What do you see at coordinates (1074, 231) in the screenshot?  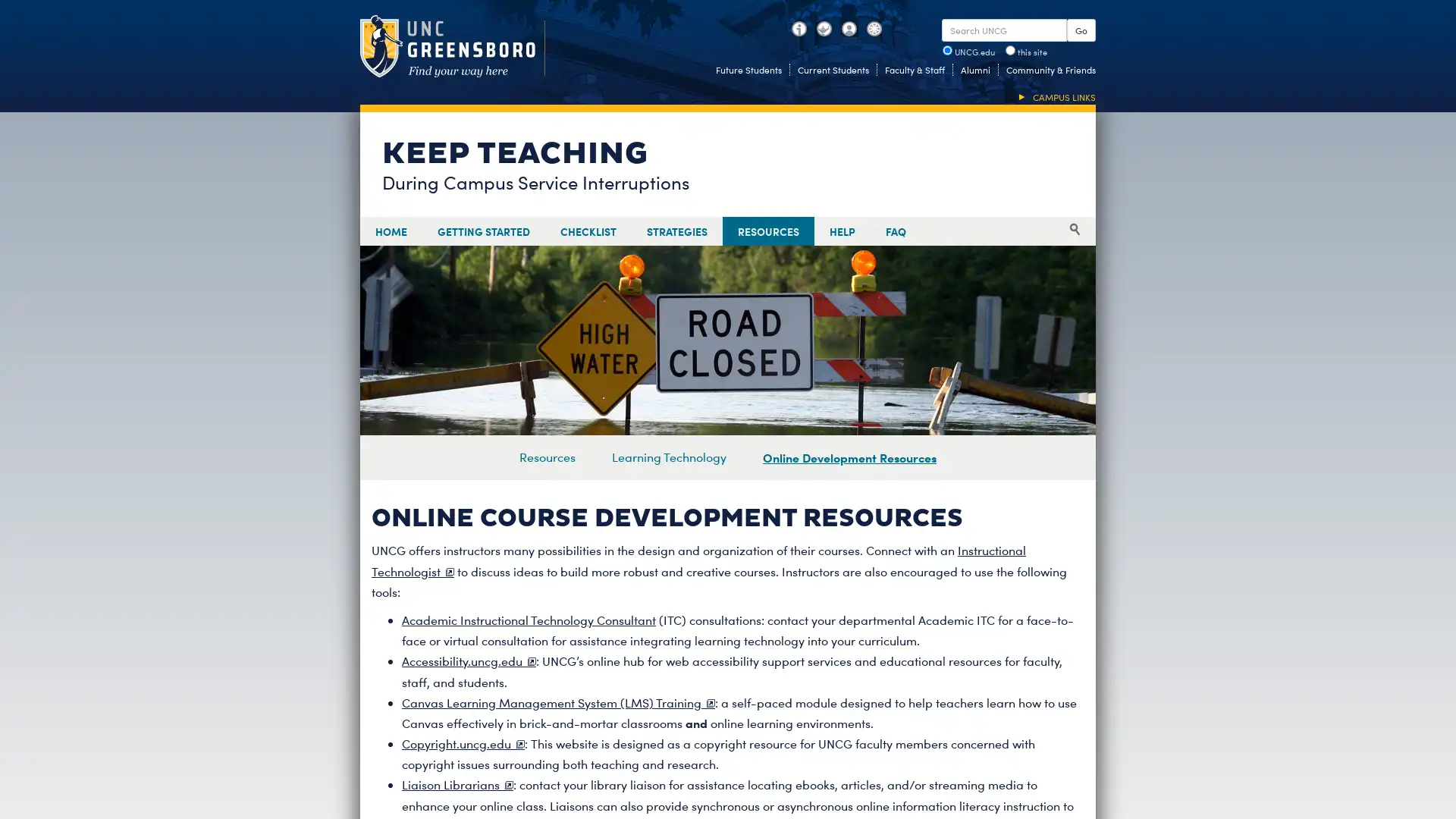 I see `Search search` at bounding box center [1074, 231].